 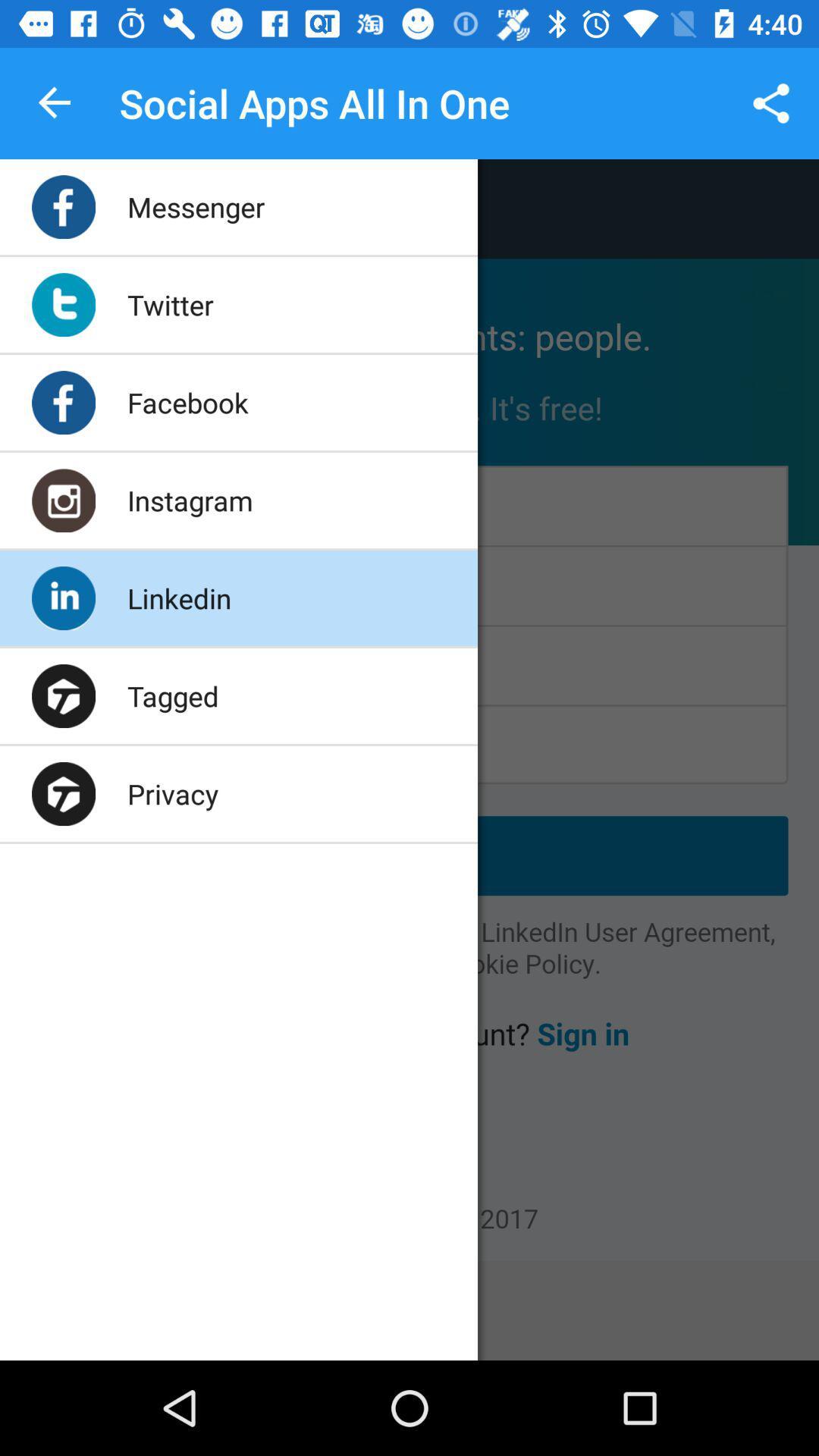 I want to click on the tagged app, so click(x=172, y=695).